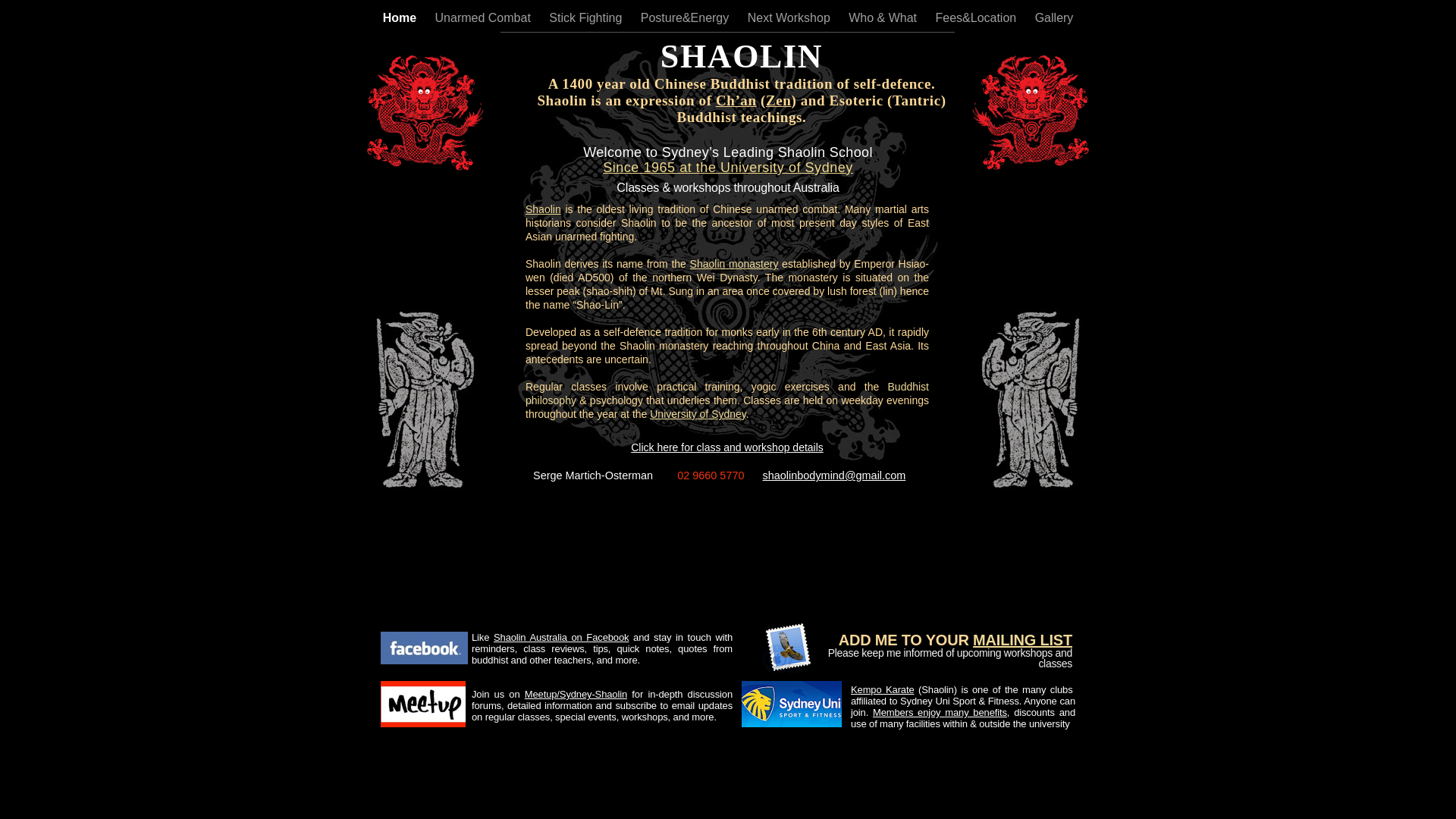  I want to click on 'Click here for class and workshop details', so click(726, 447).